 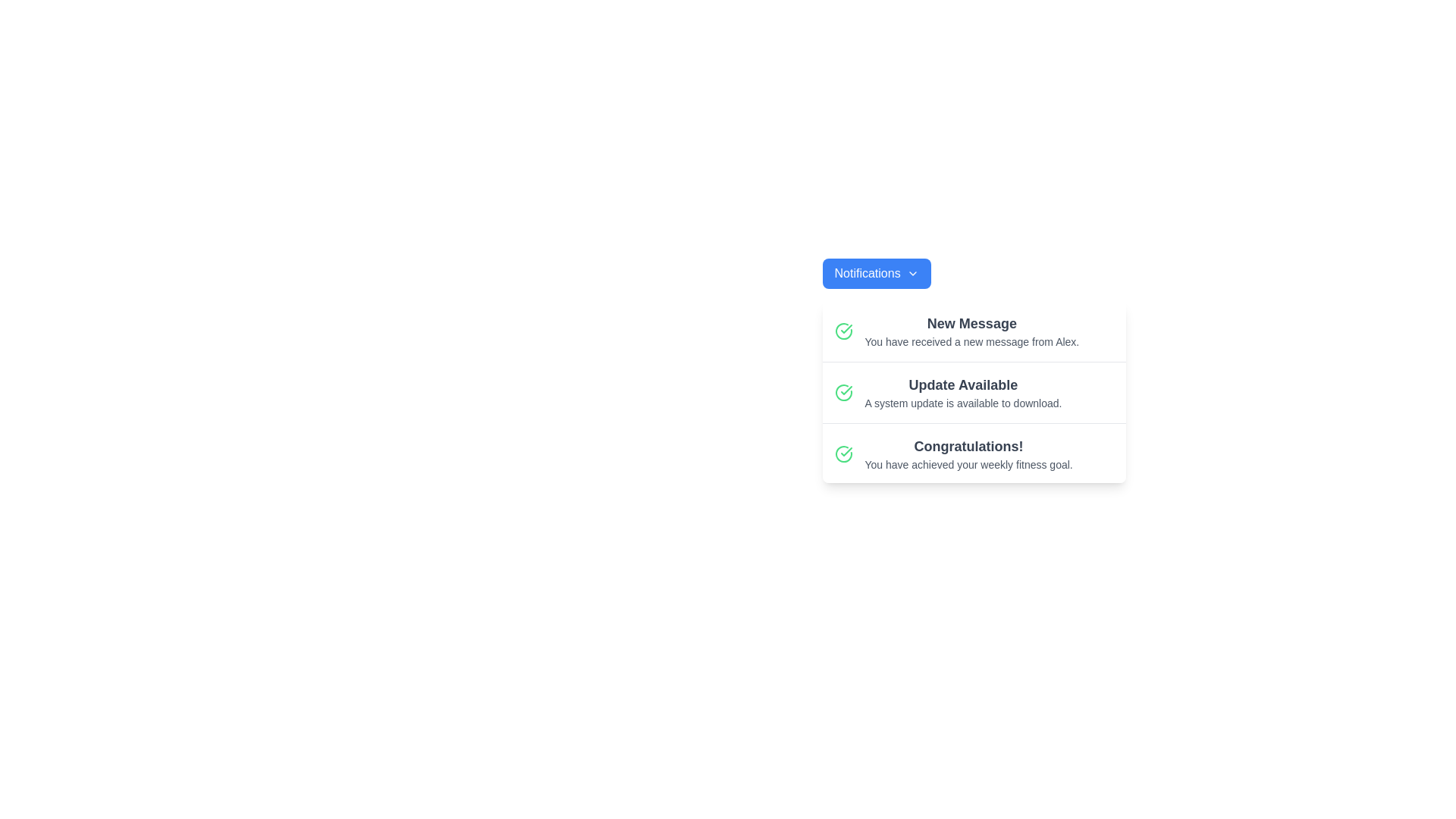 What do you see at coordinates (974, 392) in the screenshot?
I see `the Notification Item with a green circular checkmark, which says 'Update Available' in bold and 'A system update is available to download.'` at bounding box center [974, 392].